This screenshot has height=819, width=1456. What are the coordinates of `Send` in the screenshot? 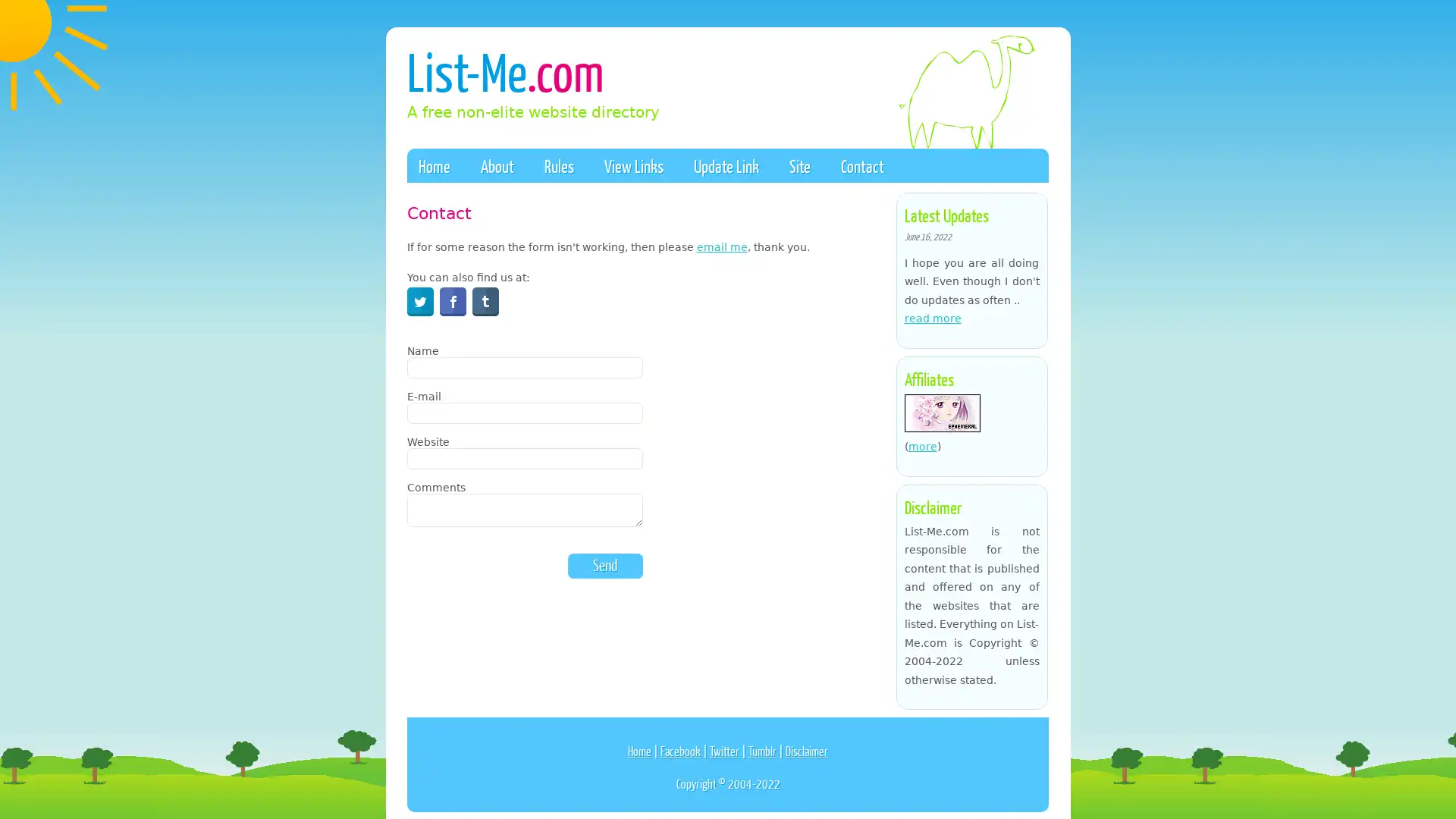 It's located at (604, 566).